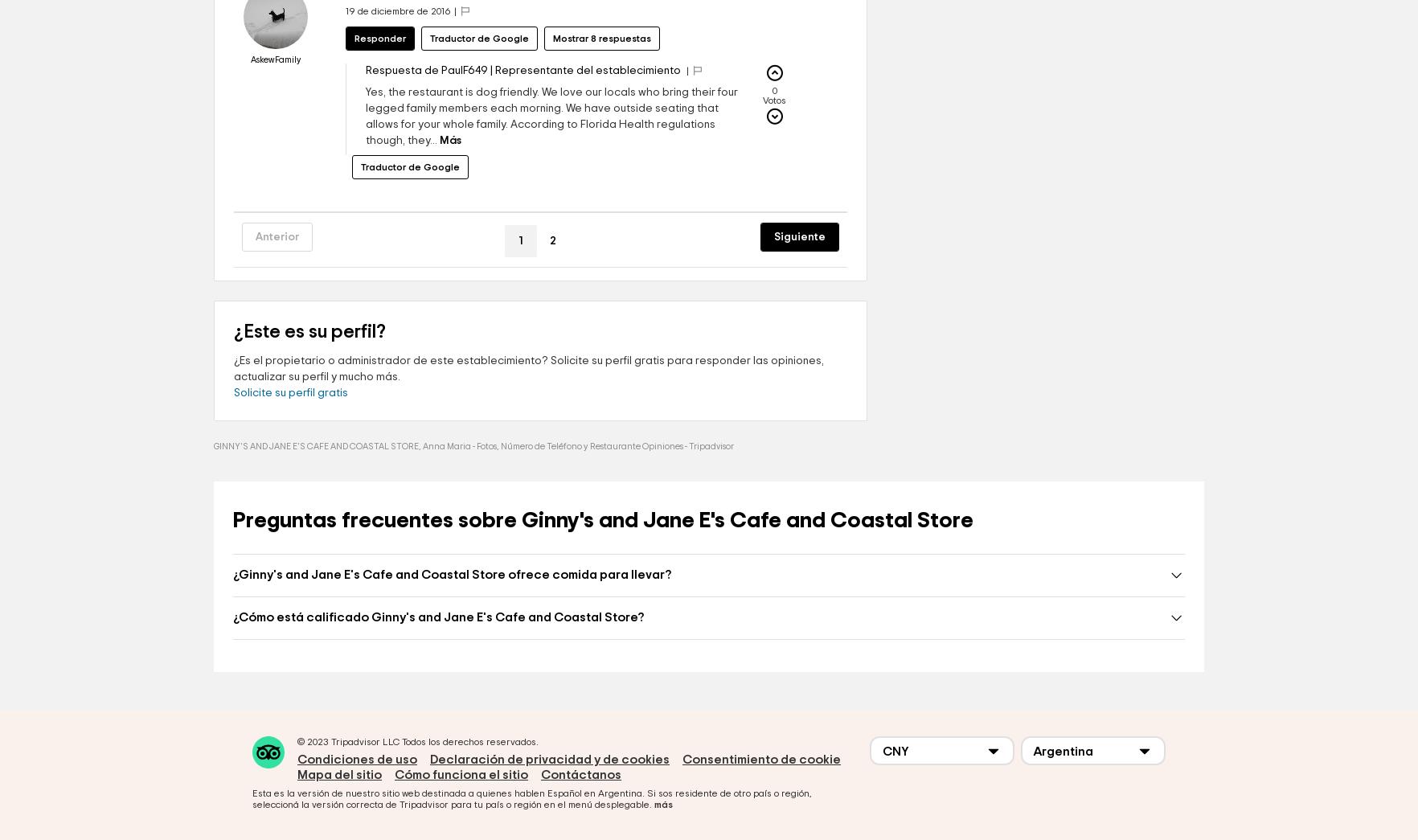 The height and width of the screenshot is (840, 1418). I want to click on '| Representante del establecimiento', so click(585, 117).